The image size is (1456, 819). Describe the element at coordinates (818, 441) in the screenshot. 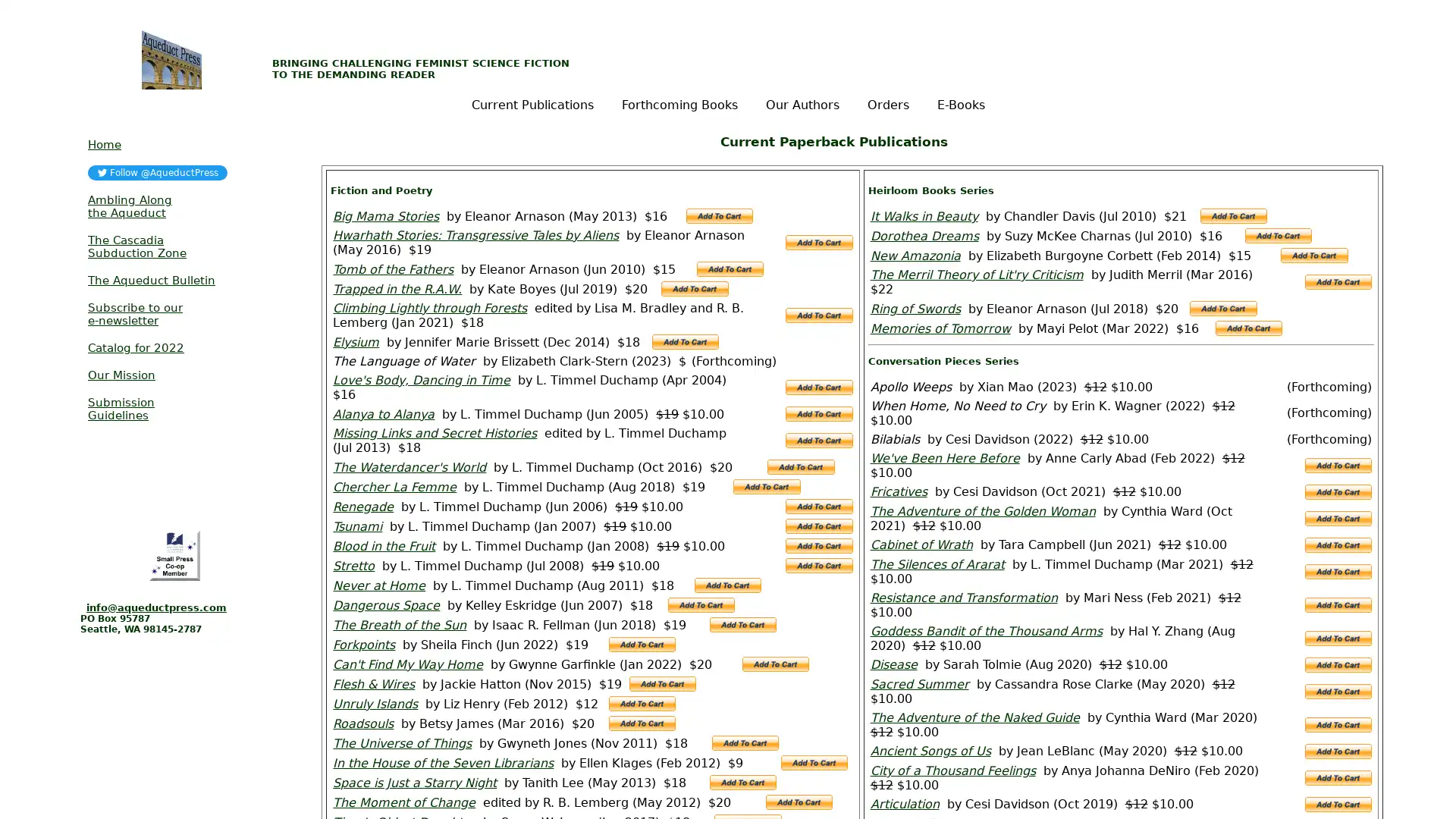

I see `Make payments with PayPal - it\'s fast, free and secure!` at that location.